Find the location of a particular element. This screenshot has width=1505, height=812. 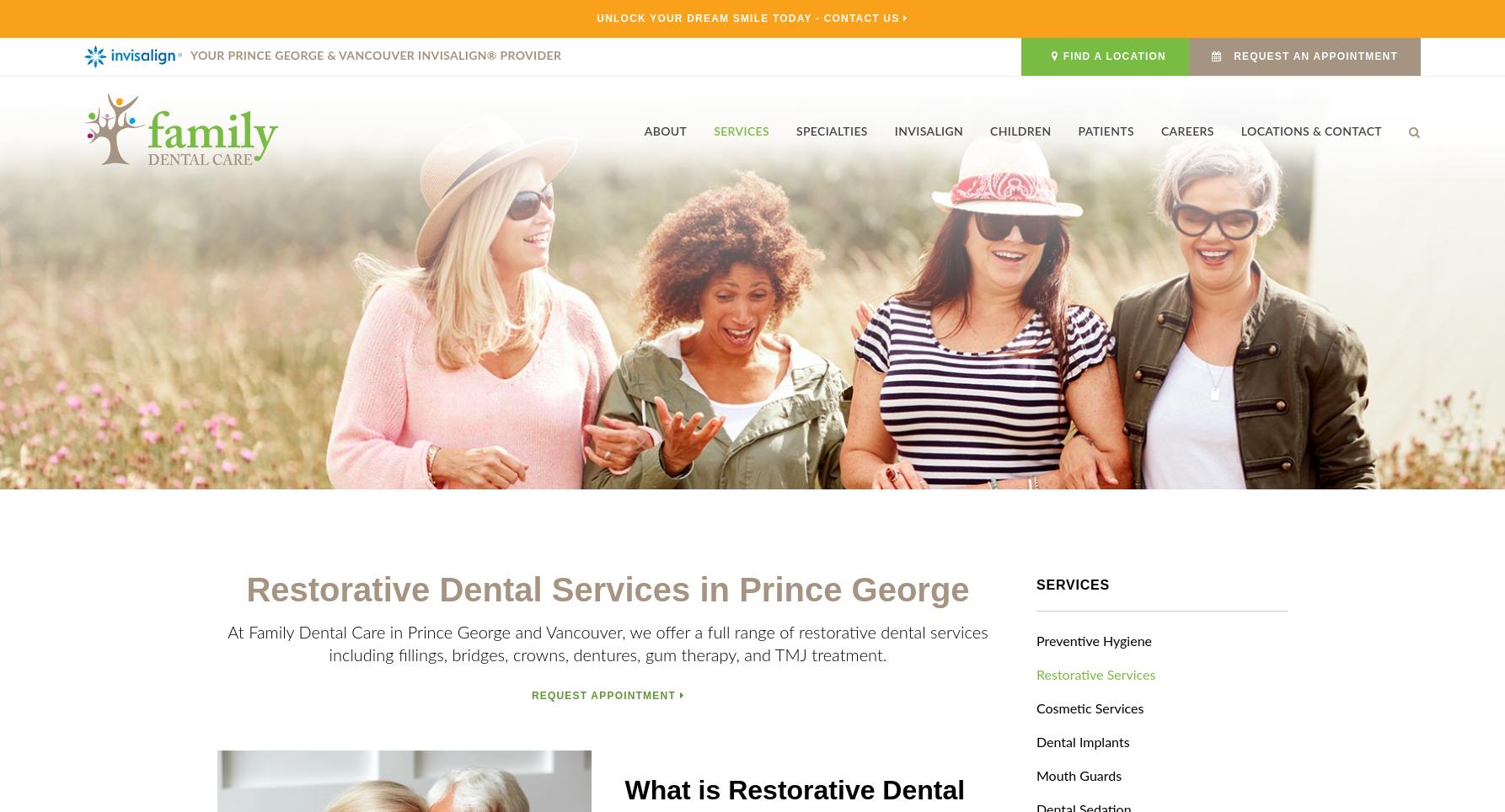

'Children' is located at coordinates (1020, 132).